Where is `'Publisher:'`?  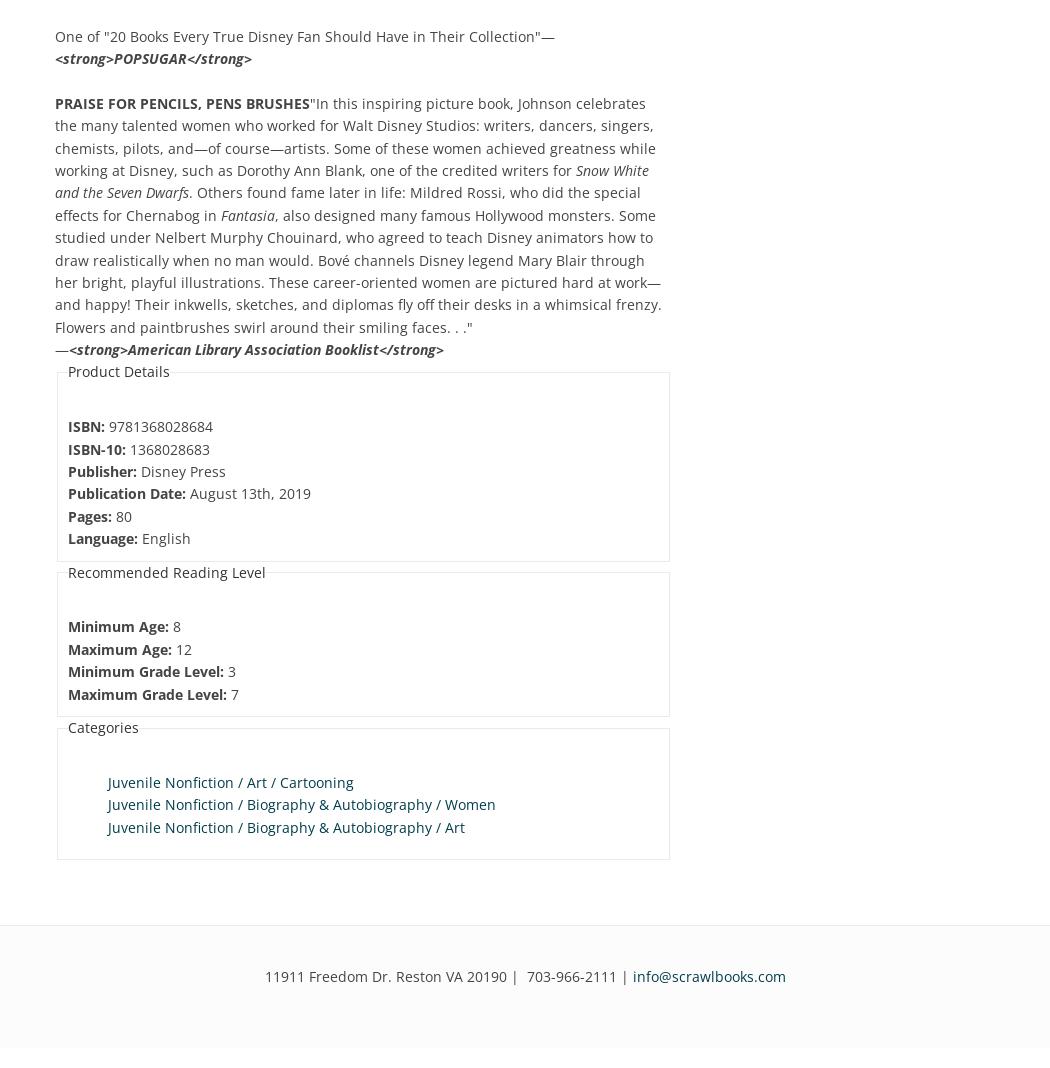
'Publisher:' is located at coordinates (102, 471).